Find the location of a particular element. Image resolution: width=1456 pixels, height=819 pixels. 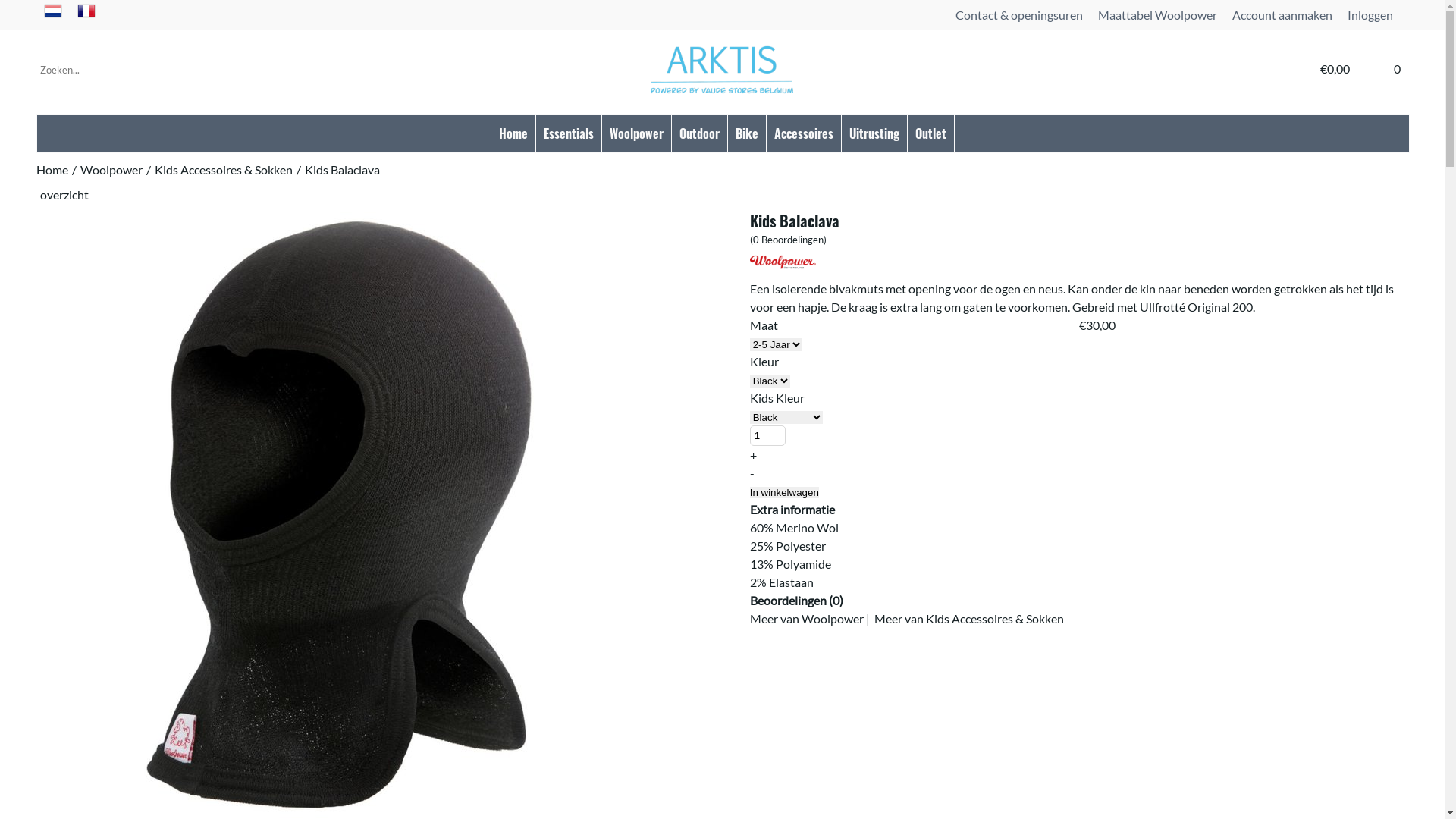

'Meer van Woolpower' is located at coordinates (806, 618).